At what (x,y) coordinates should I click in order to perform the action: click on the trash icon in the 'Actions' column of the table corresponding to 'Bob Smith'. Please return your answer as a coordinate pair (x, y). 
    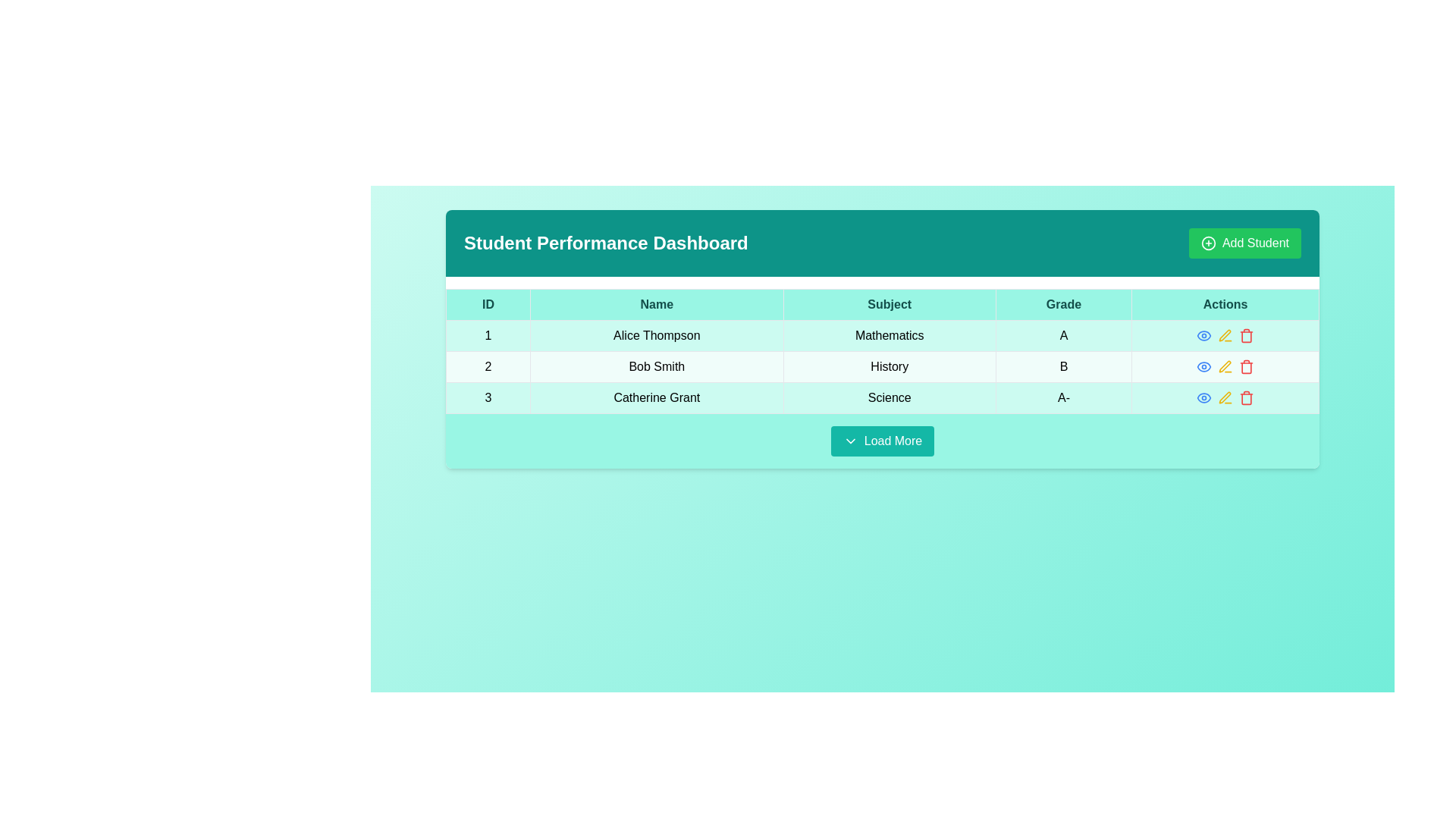
    Looking at the image, I should click on (1247, 366).